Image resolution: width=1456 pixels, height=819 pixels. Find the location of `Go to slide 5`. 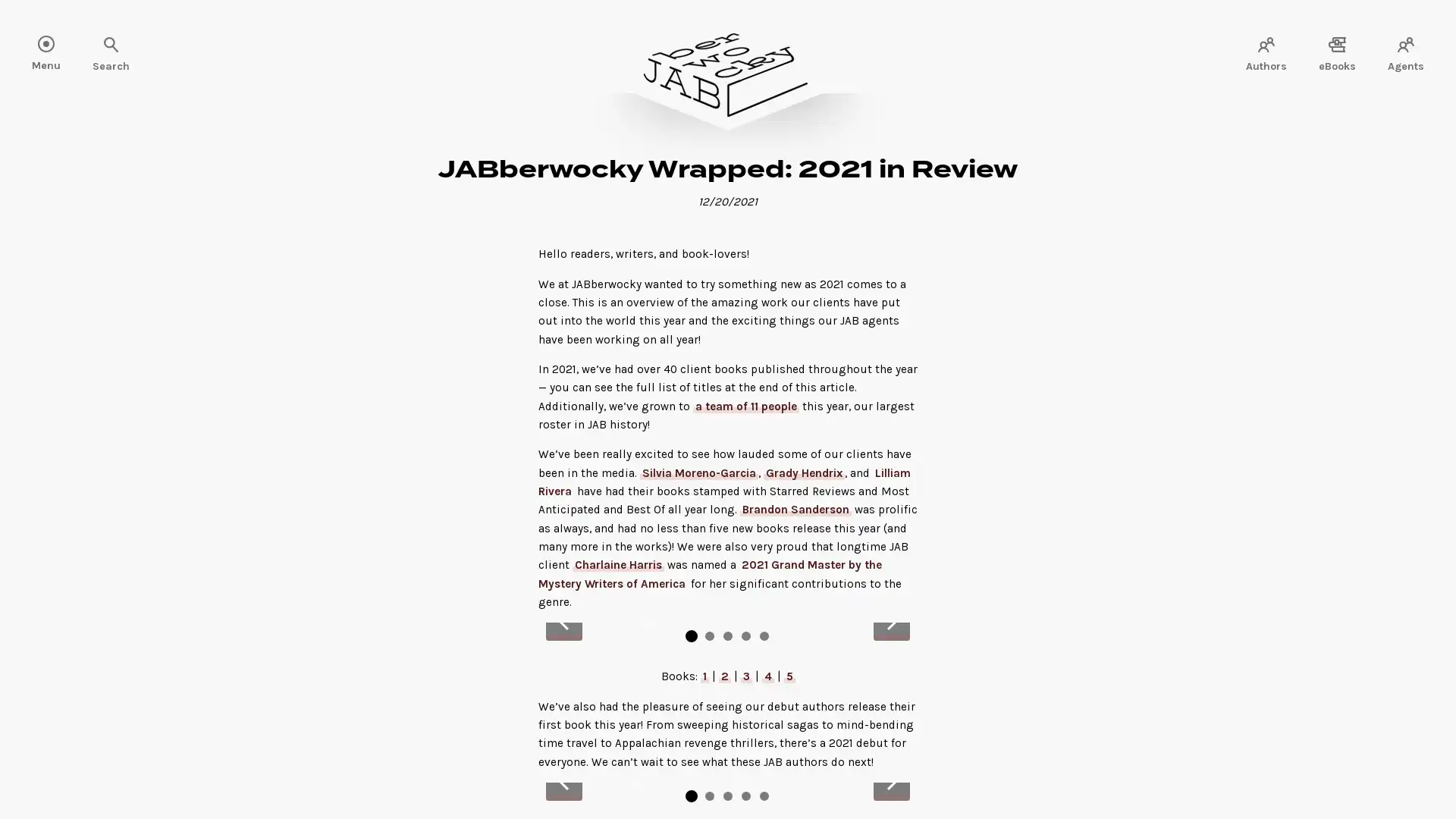

Go to slide 5 is located at coordinates (764, 795).